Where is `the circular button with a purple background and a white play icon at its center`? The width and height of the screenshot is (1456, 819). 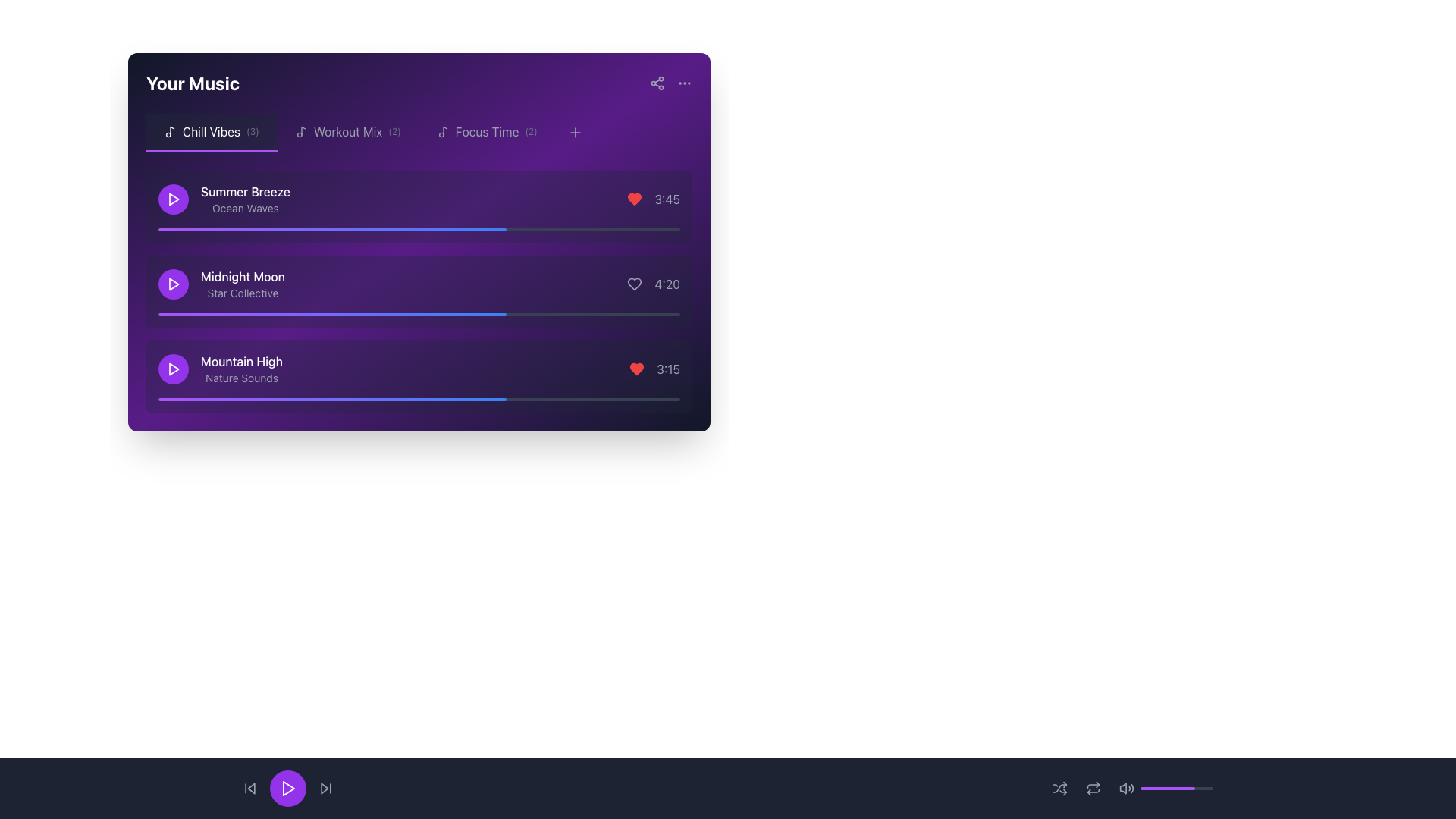 the circular button with a purple background and a white play icon at its center is located at coordinates (287, 788).